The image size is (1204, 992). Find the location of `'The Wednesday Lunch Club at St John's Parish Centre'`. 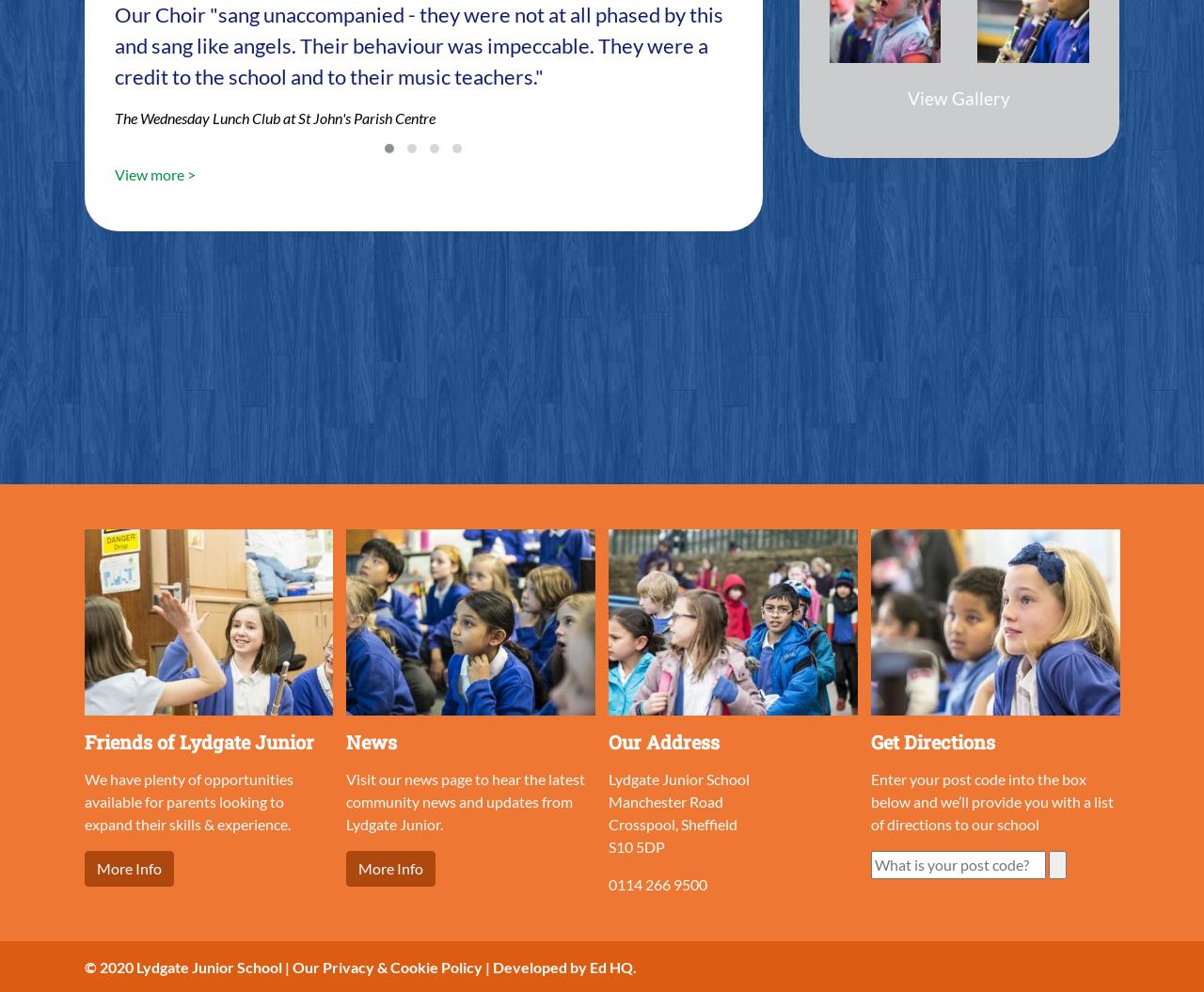

'The Wednesday Lunch Club at St John's Parish Centre' is located at coordinates (273, 117).